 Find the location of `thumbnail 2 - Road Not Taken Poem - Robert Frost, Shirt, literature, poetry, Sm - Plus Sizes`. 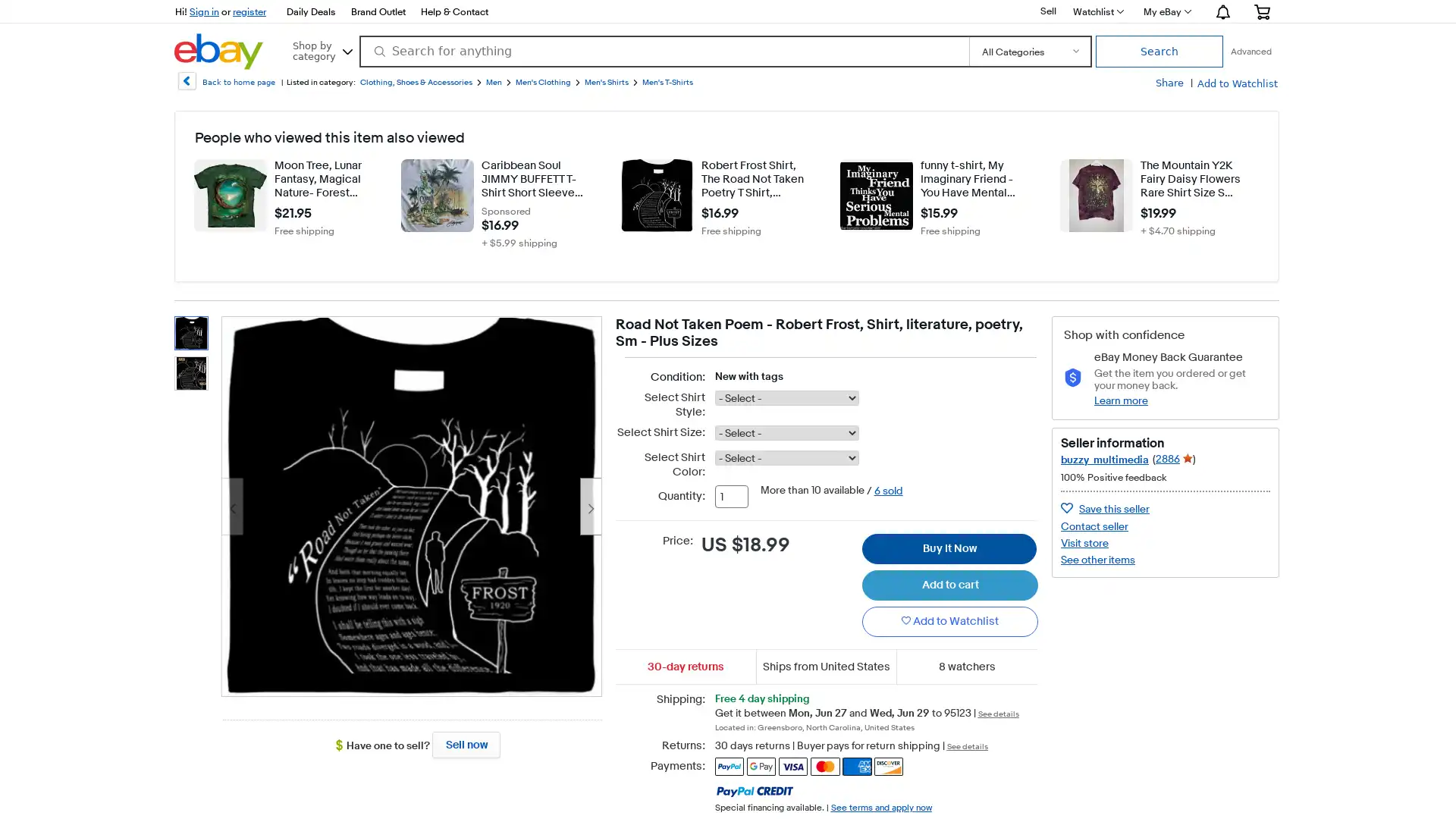

thumbnail 2 - Road Not Taken Poem - Robert Frost, Shirt, literature, poetry, Sm - Plus Sizes is located at coordinates (190, 373).